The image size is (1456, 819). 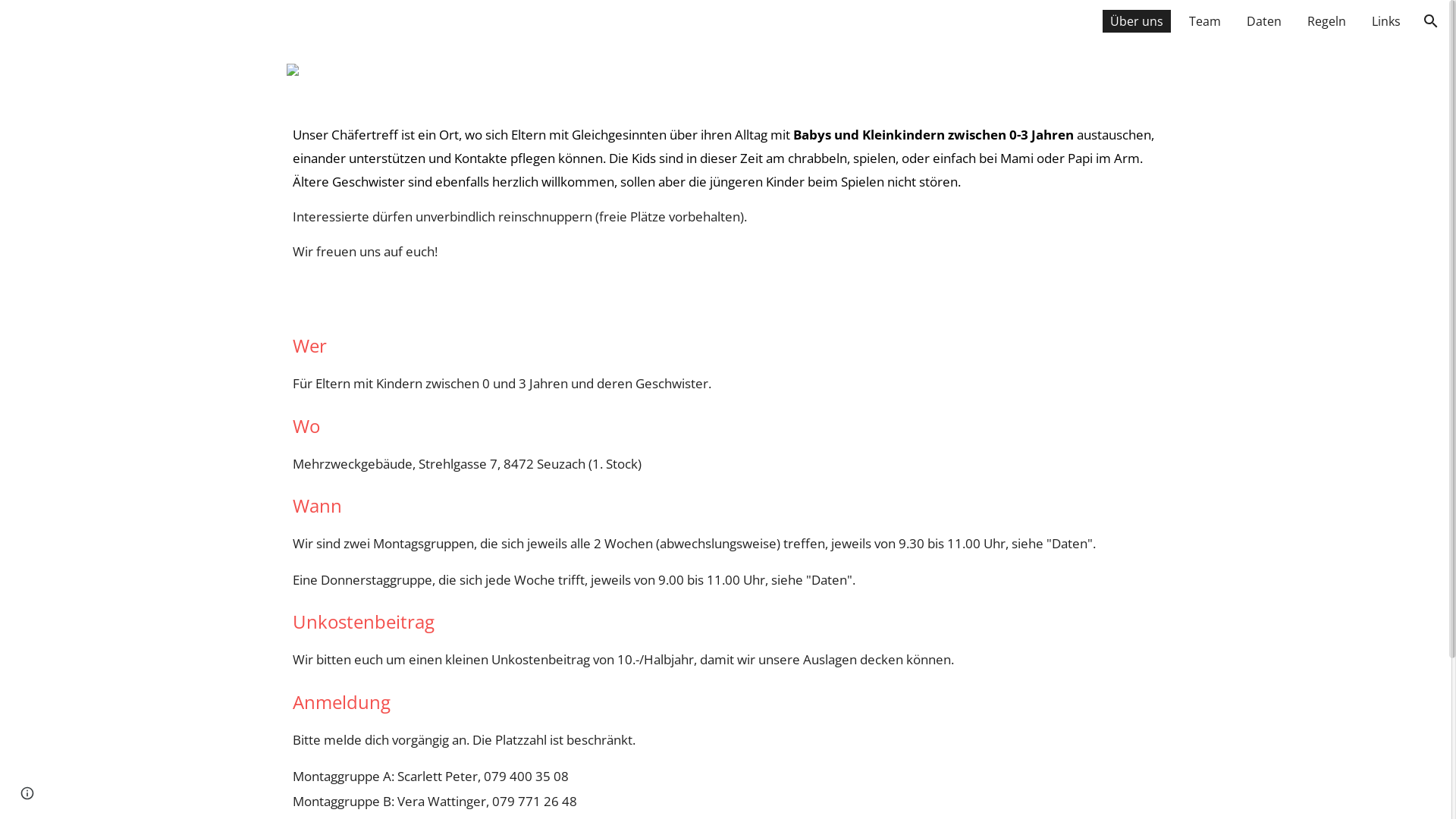 What do you see at coordinates (1263, 20) in the screenshot?
I see `'Daten'` at bounding box center [1263, 20].